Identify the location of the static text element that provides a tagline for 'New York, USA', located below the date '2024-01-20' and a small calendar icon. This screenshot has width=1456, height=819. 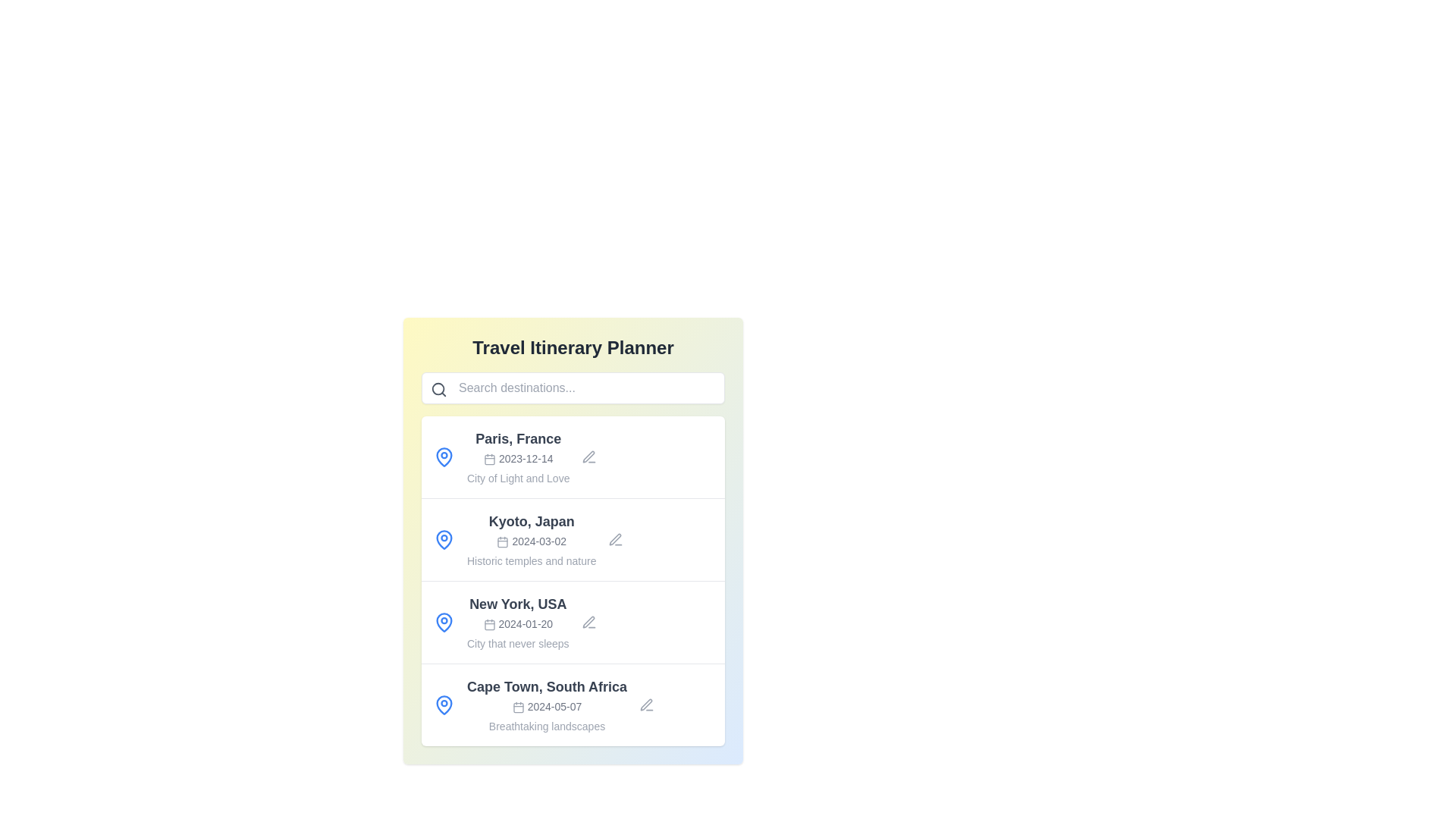
(518, 643).